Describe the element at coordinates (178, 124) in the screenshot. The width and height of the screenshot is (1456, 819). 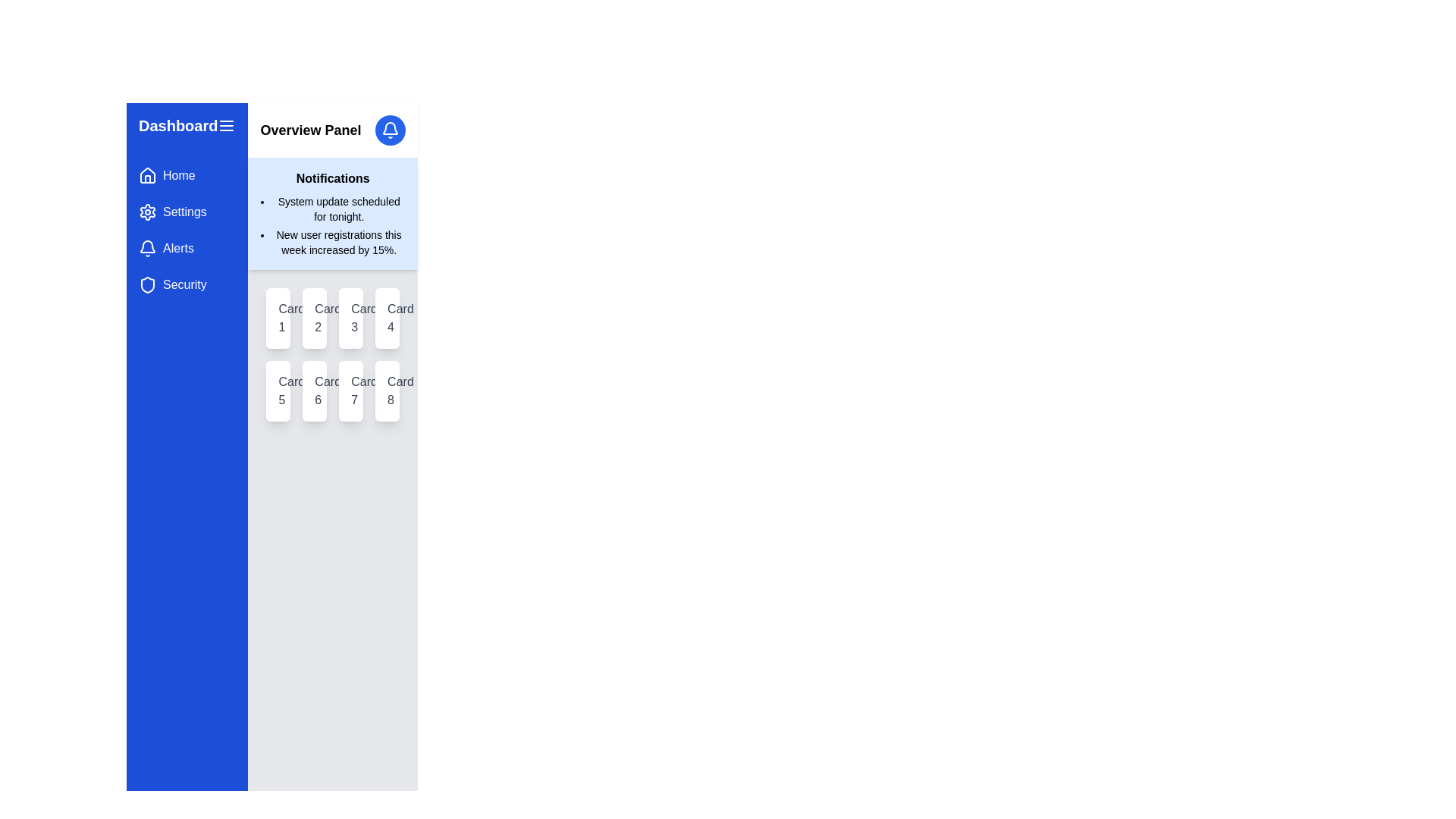
I see `the 'Dashboard' text label, which is a bold and large font label with a blue background located at the top of the left sidebar menu` at that location.